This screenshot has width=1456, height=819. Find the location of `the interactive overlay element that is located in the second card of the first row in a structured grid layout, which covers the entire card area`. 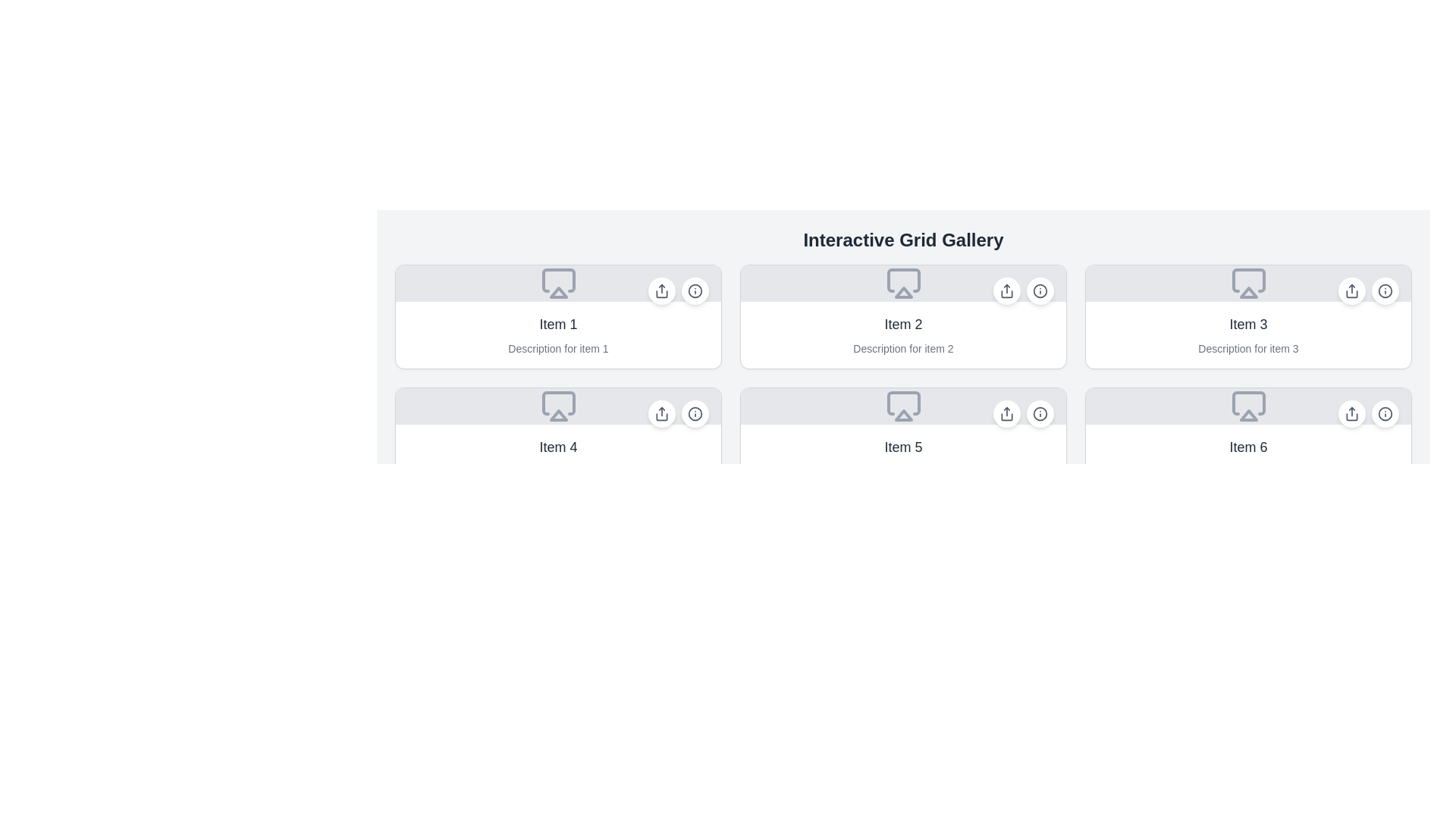

the interactive overlay element that is located in the second card of the first row in a structured grid layout, which covers the entire card area is located at coordinates (903, 315).